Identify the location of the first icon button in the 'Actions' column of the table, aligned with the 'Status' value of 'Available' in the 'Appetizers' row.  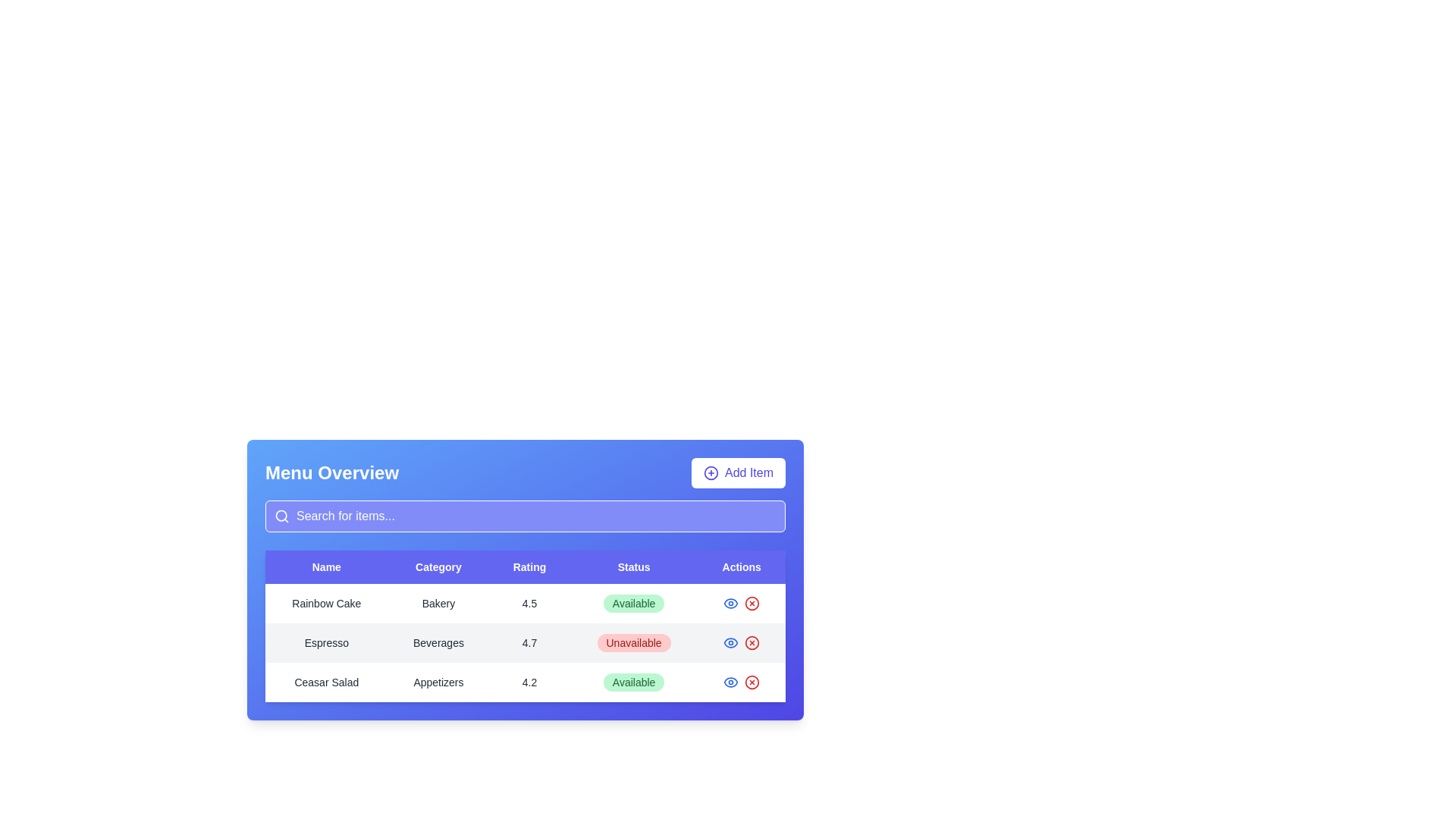
(731, 681).